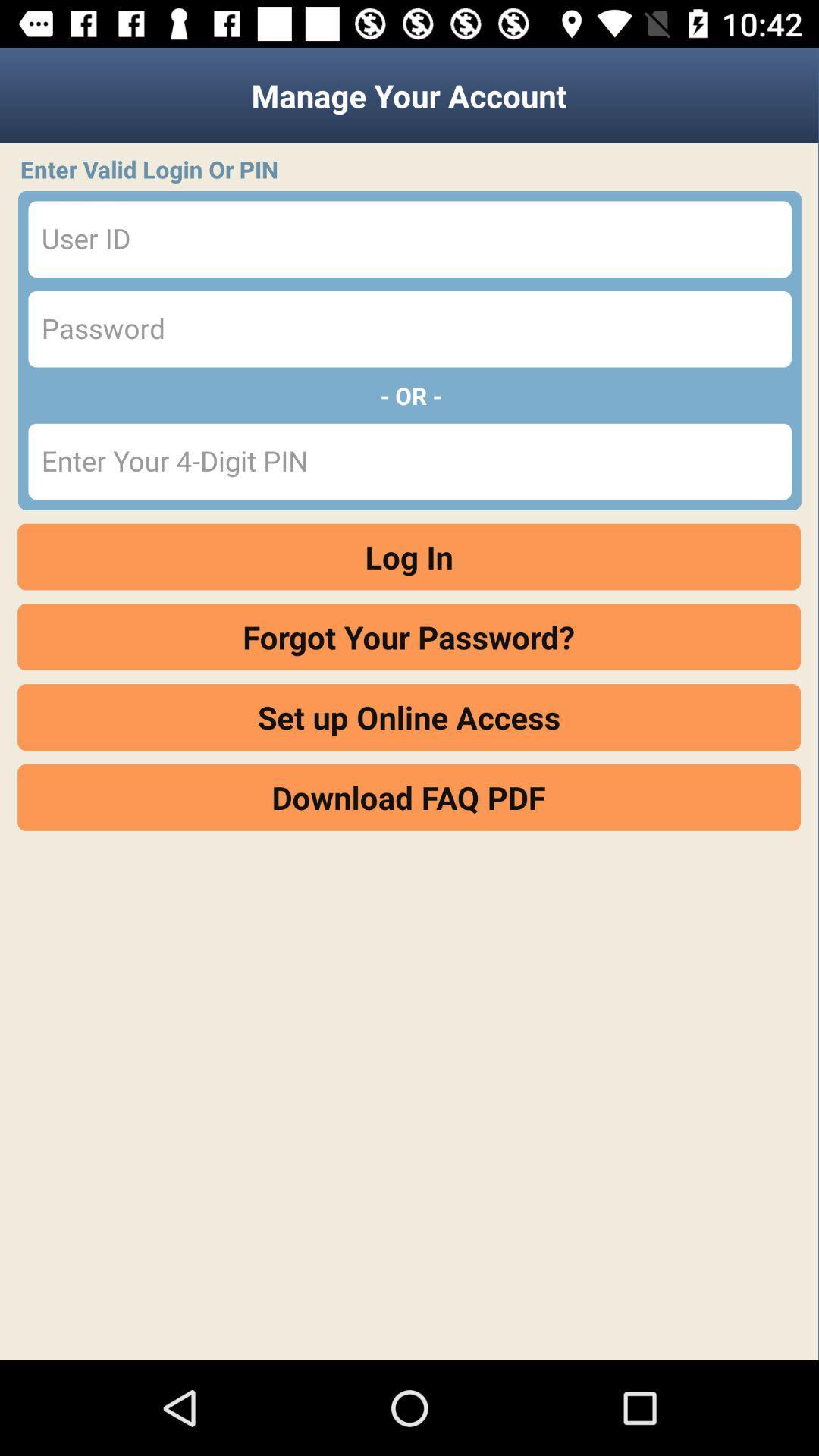 This screenshot has width=819, height=1456. I want to click on enter valid login icon, so click(414, 169).